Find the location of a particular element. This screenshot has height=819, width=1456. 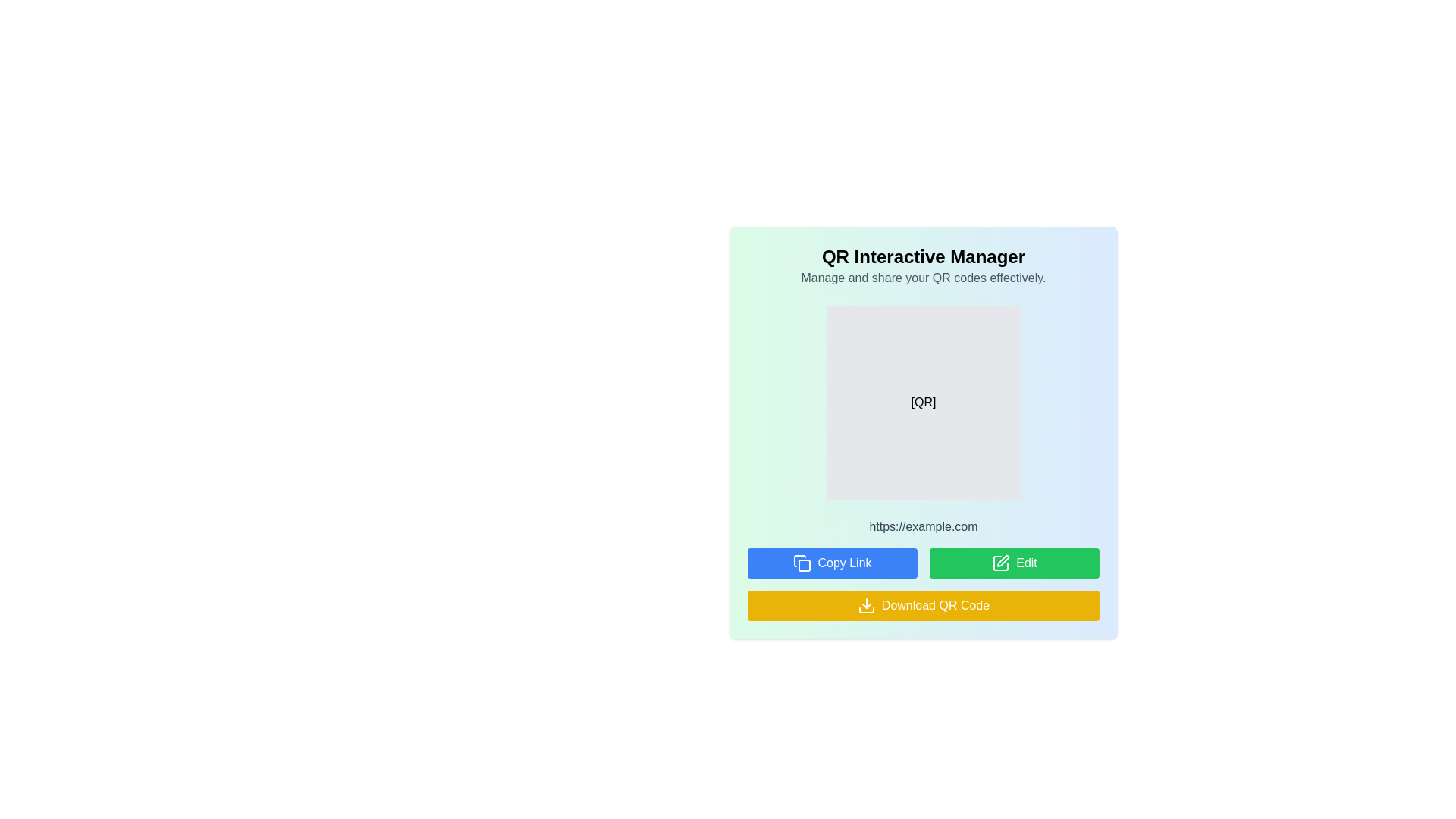

the text label '[QR]' which is centrally located within a light grey square area, positioned below the title 'QR Interactive Manager' is located at coordinates (923, 402).